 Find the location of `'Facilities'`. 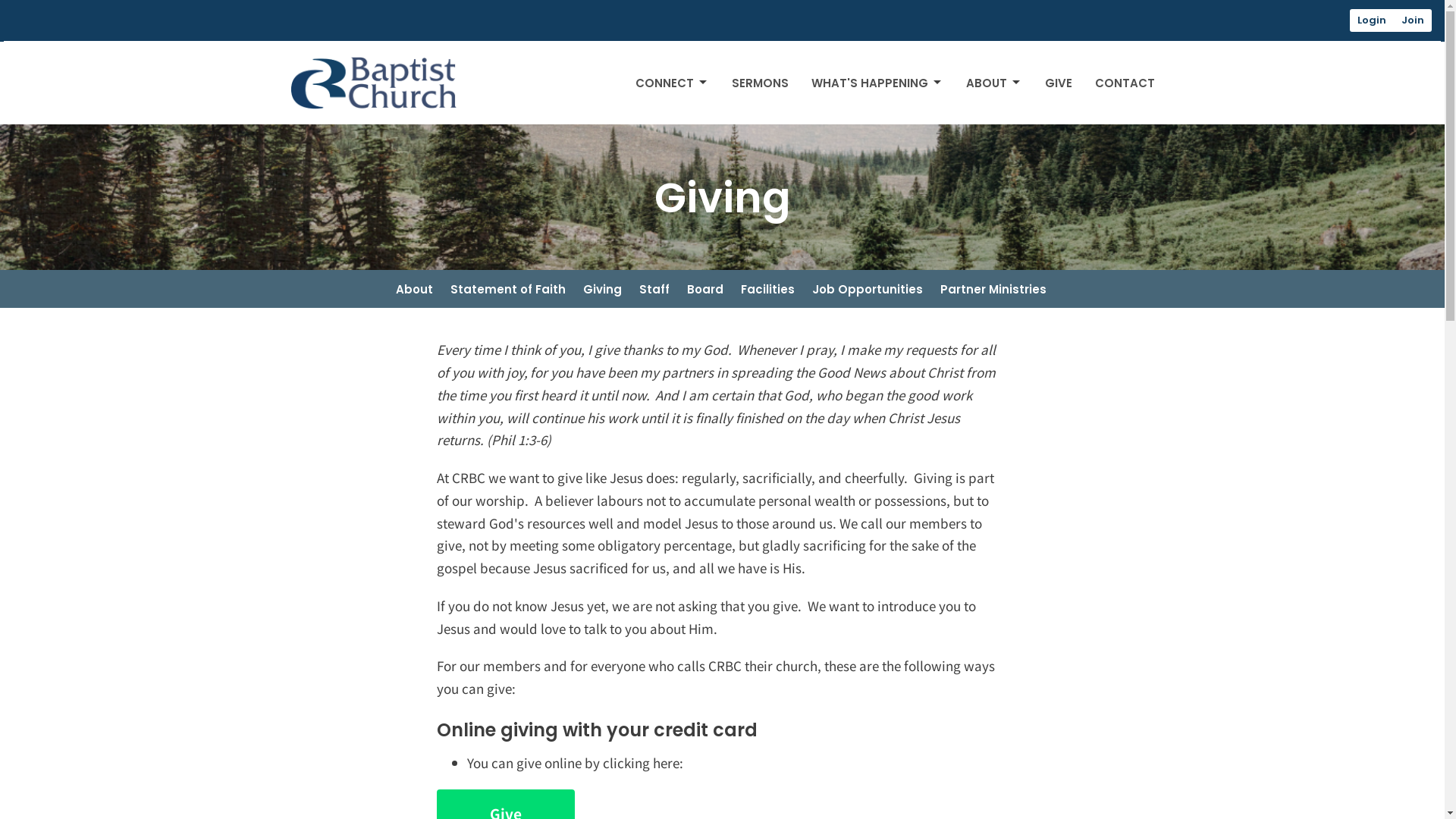

'Facilities' is located at coordinates (767, 289).